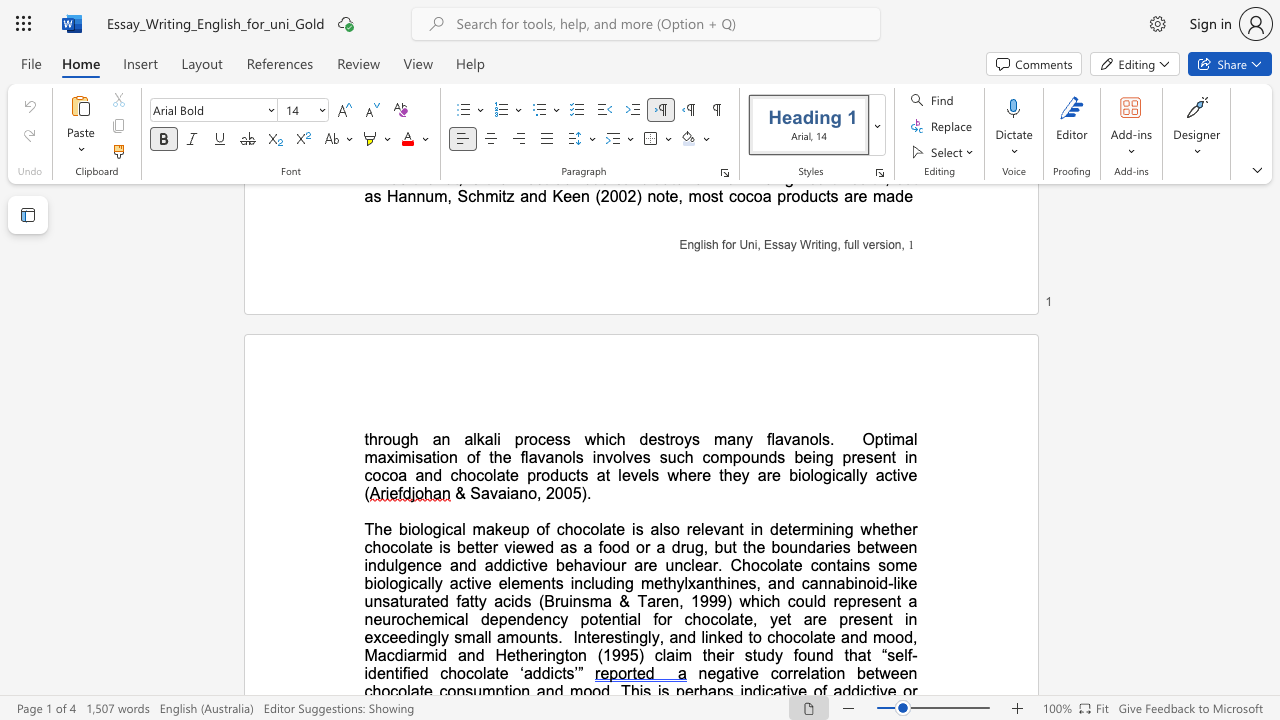 This screenshot has width=1280, height=720. Describe the element at coordinates (786, 528) in the screenshot. I see `the subset text "te" within the text "determining"` at that location.